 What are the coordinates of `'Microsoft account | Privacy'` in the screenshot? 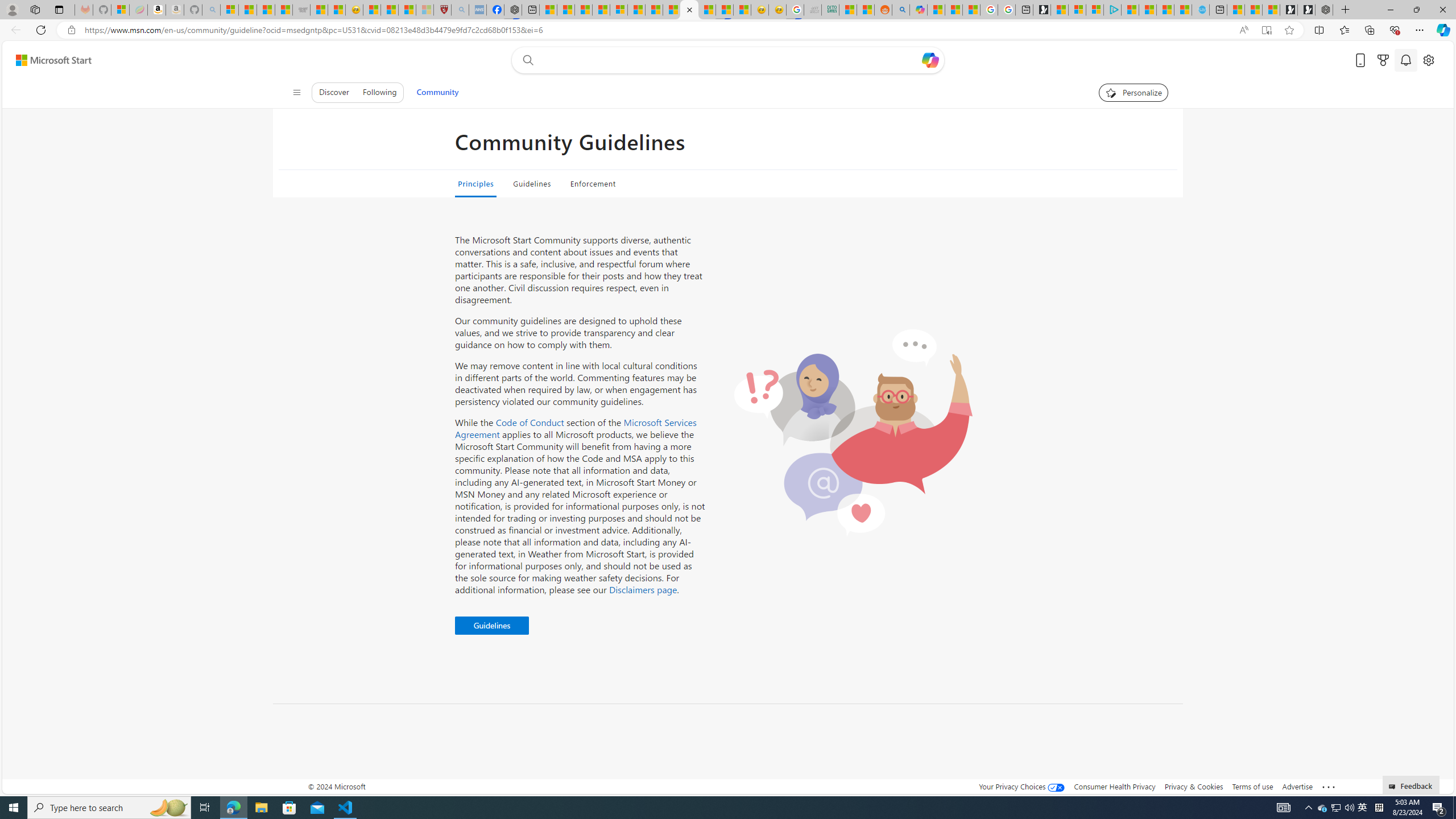 It's located at (1094, 9).